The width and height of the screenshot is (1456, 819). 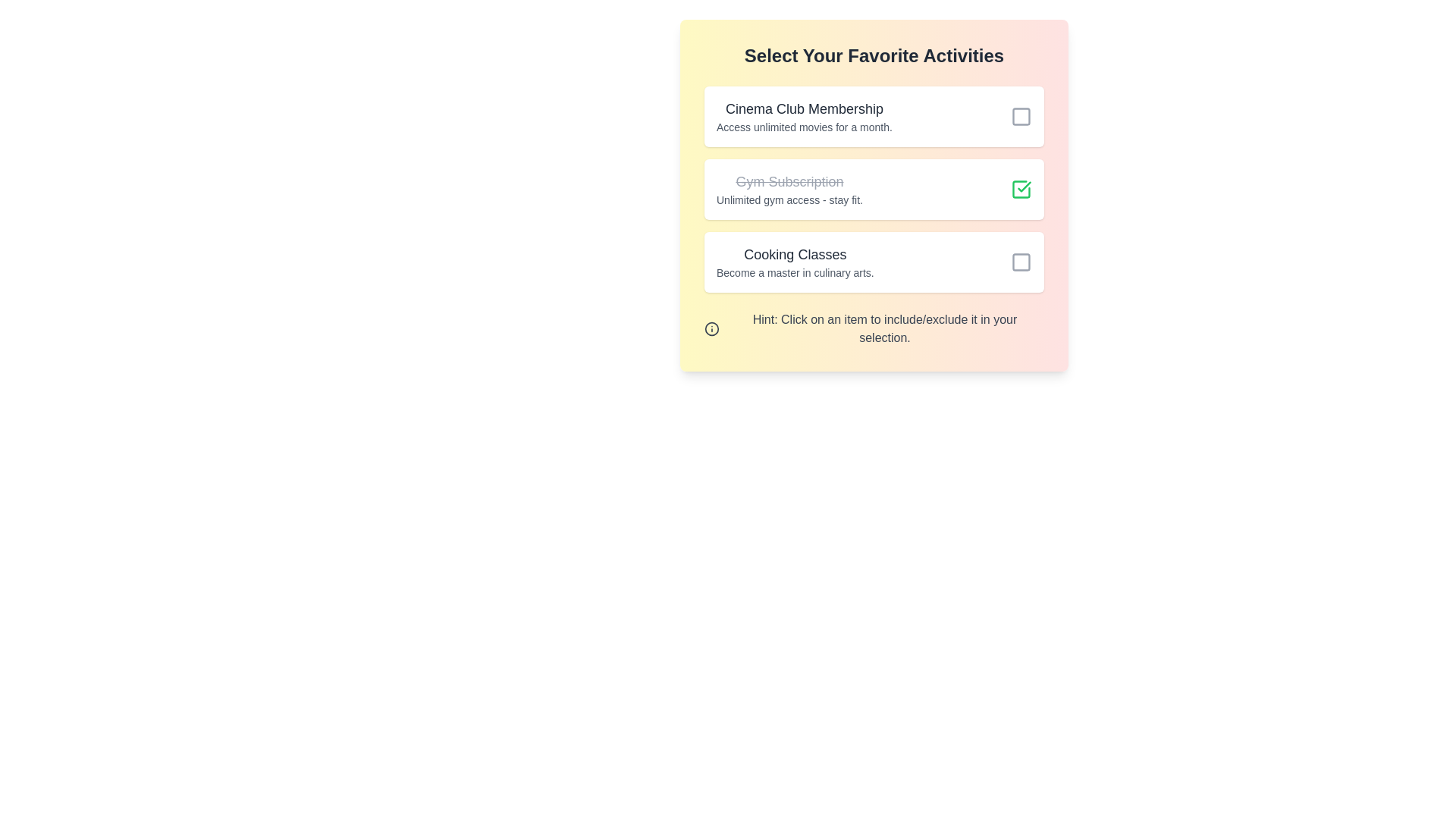 I want to click on the descriptive text element providing information about the 'Cooking Classes' activity, located directly below the 'Cooking Classes' heading, so click(x=794, y=271).